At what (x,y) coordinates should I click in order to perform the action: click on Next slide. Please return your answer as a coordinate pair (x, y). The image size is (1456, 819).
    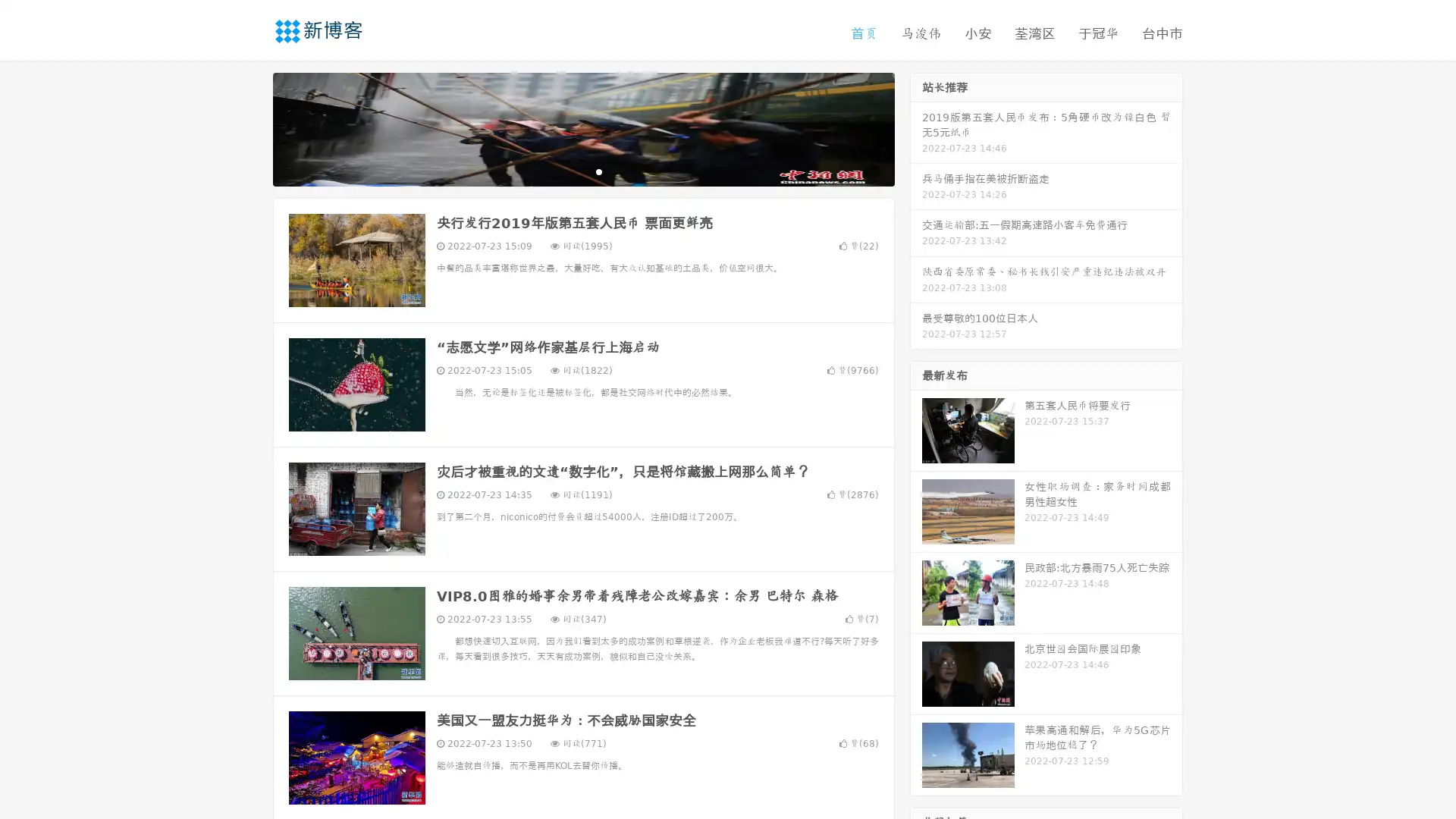
    Looking at the image, I should click on (916, 127).